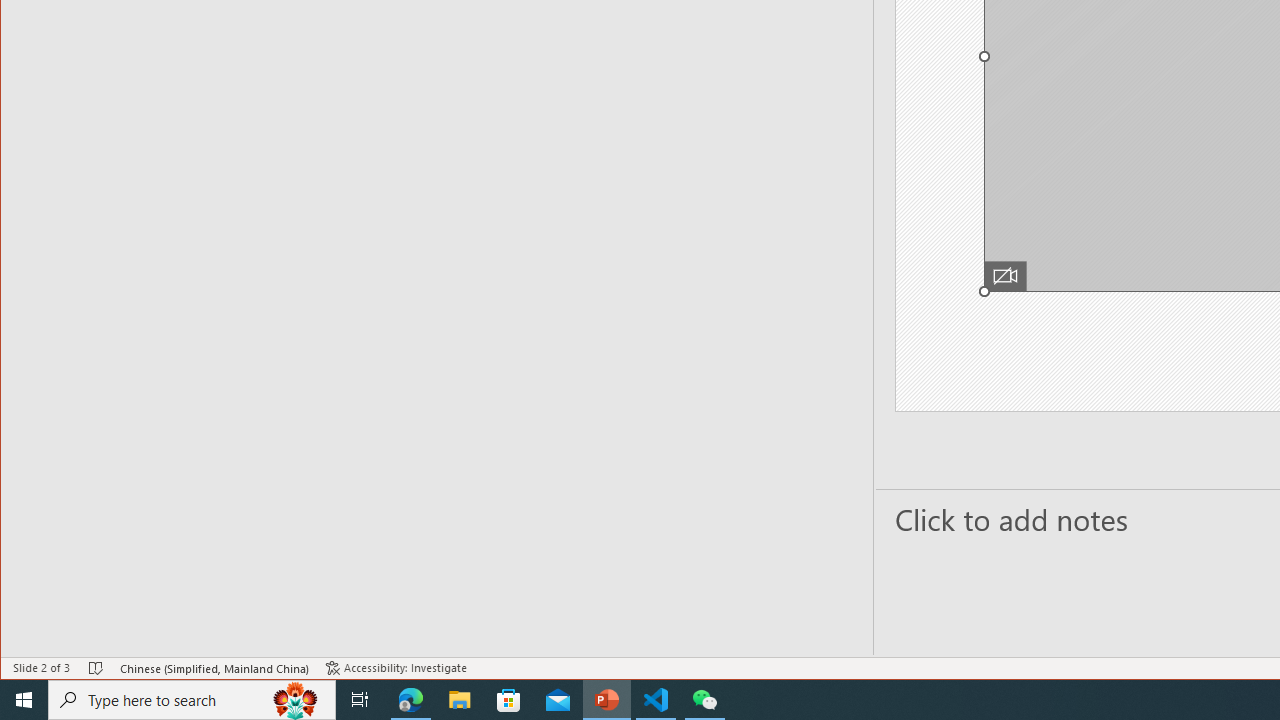 This screenshot has height=720, width=1280. Describe the element at coordinates (509, 698) in the screenshot. I see `'Microsoft Store'` at that location.